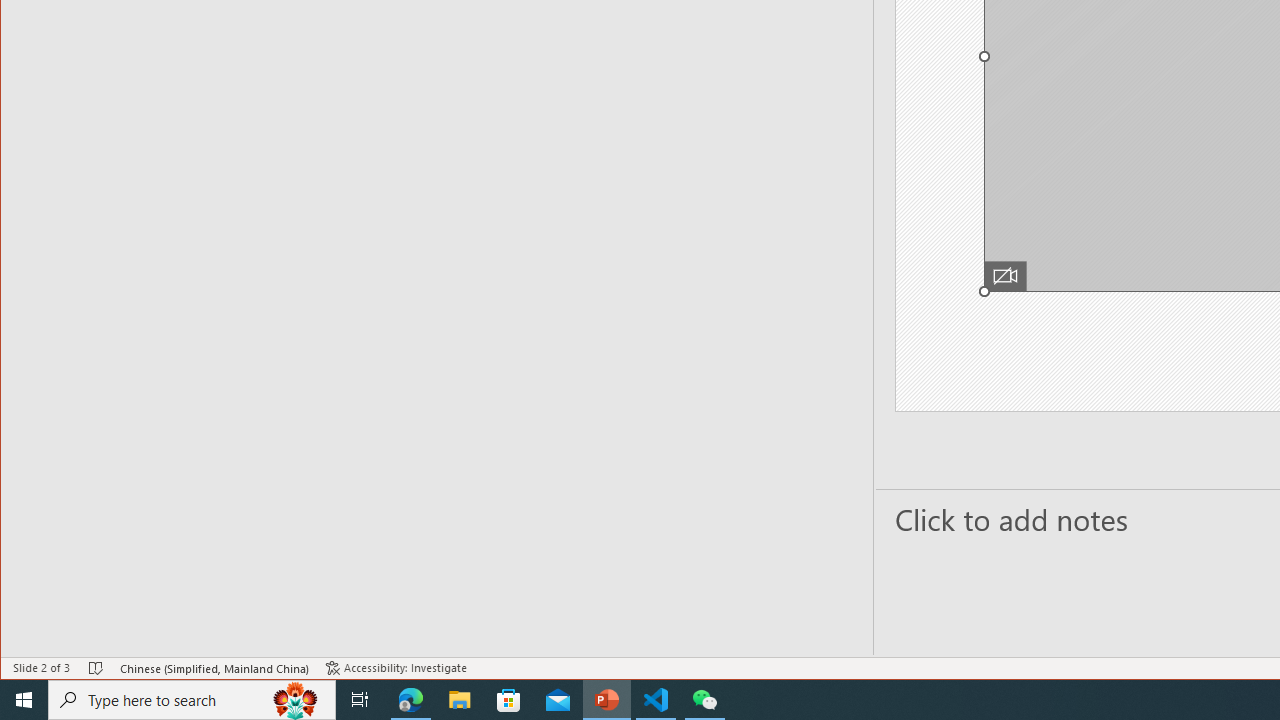 This screenshot has height=720, width=1280. Describe the element at coordinates (509, 698) in the screenshot. I see `'Microsoft Store'` at that location.